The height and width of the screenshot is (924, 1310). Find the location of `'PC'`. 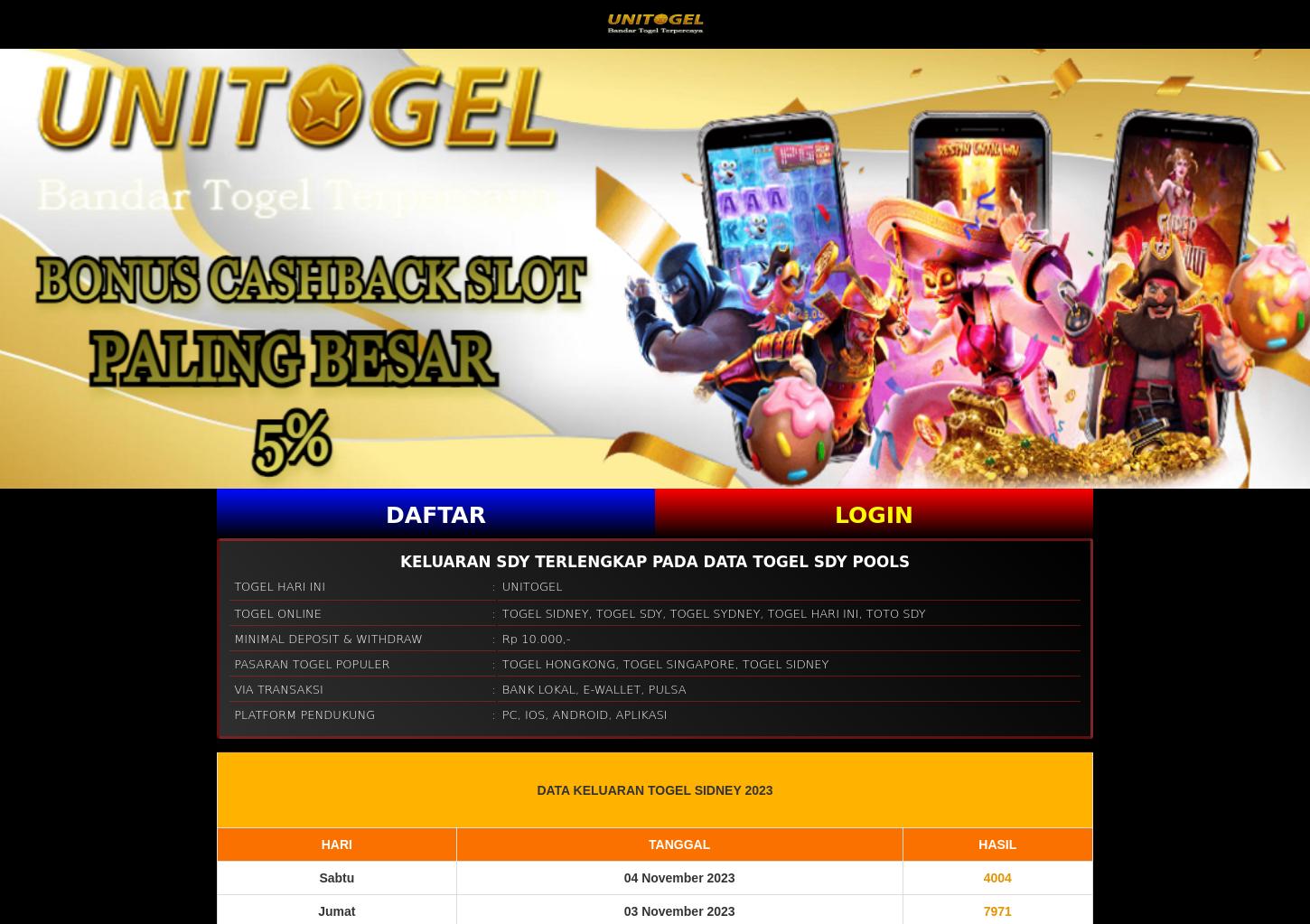

'PC' is located at coordinates (509, 714).